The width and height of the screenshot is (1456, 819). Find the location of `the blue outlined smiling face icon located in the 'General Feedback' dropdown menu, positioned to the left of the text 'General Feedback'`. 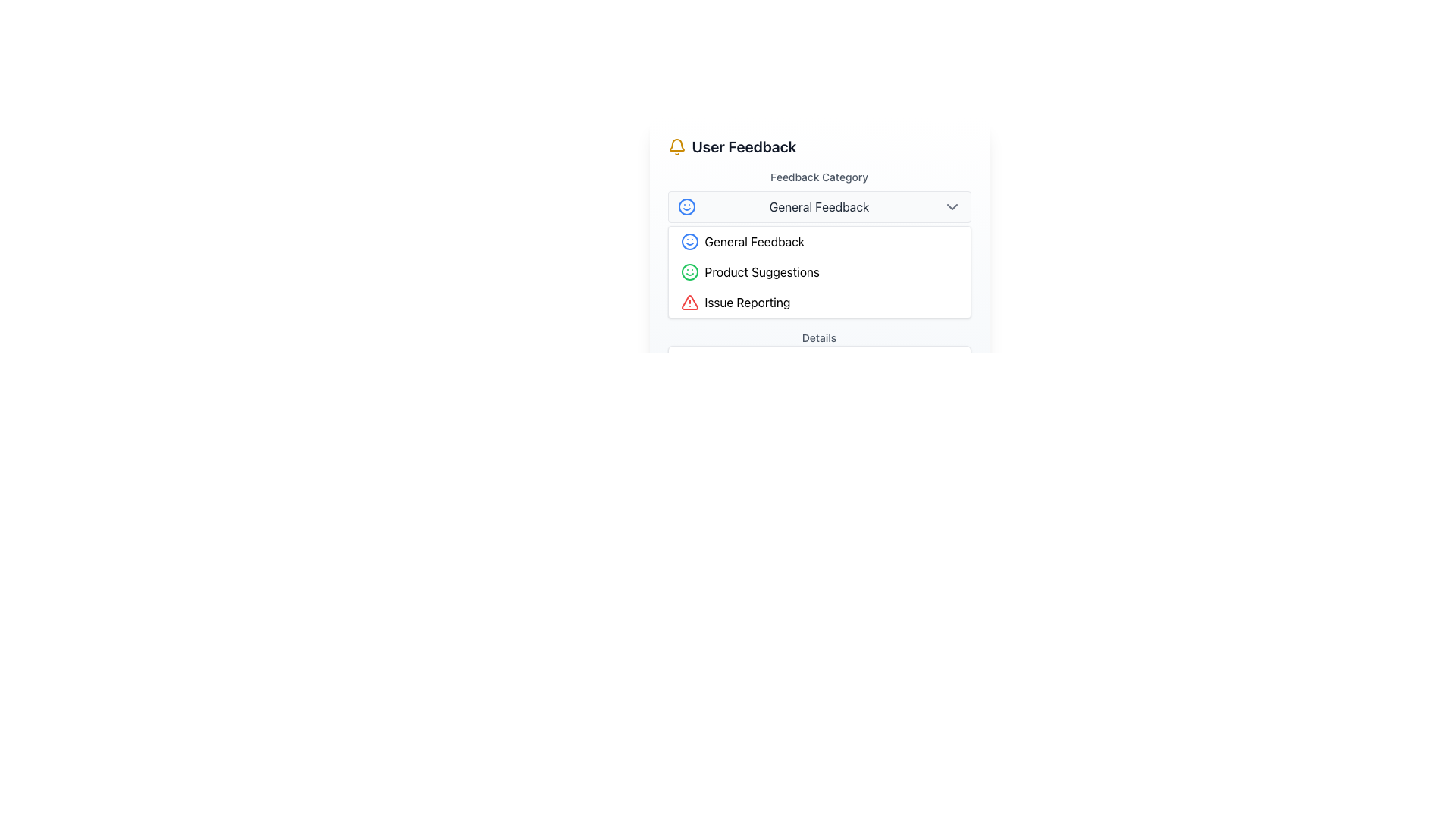

the blue outlined smiling face icon located in the 'General Feedback' dropdown menu, positioned to the left of the text 'General Feedback' is located at coordinates (686, 207).